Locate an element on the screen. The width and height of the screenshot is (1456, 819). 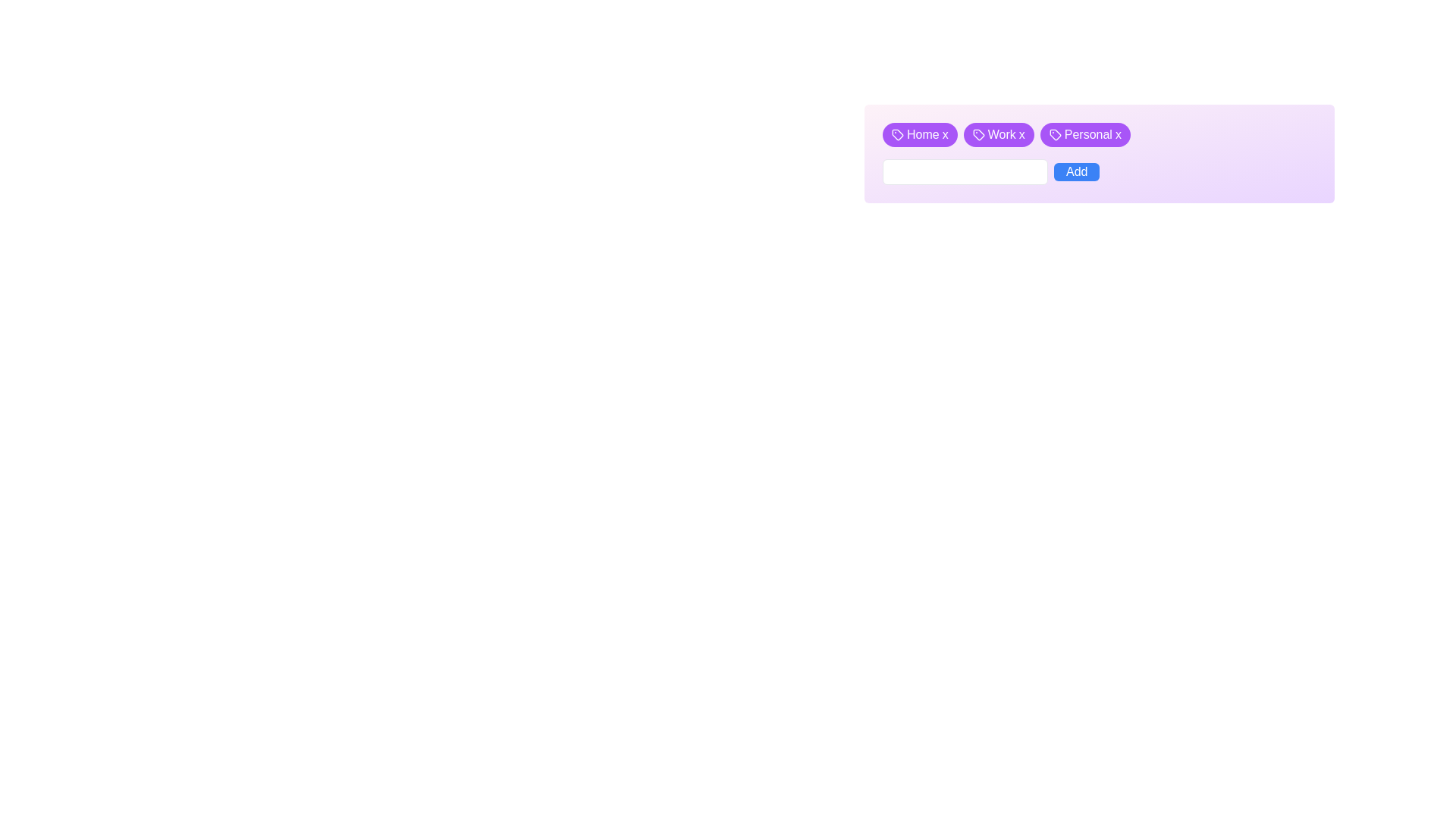
the 'Home' text label within the purple button, which is part of a collection of tag buttons in the top-left section of the display is located at coordinates (922, 133).